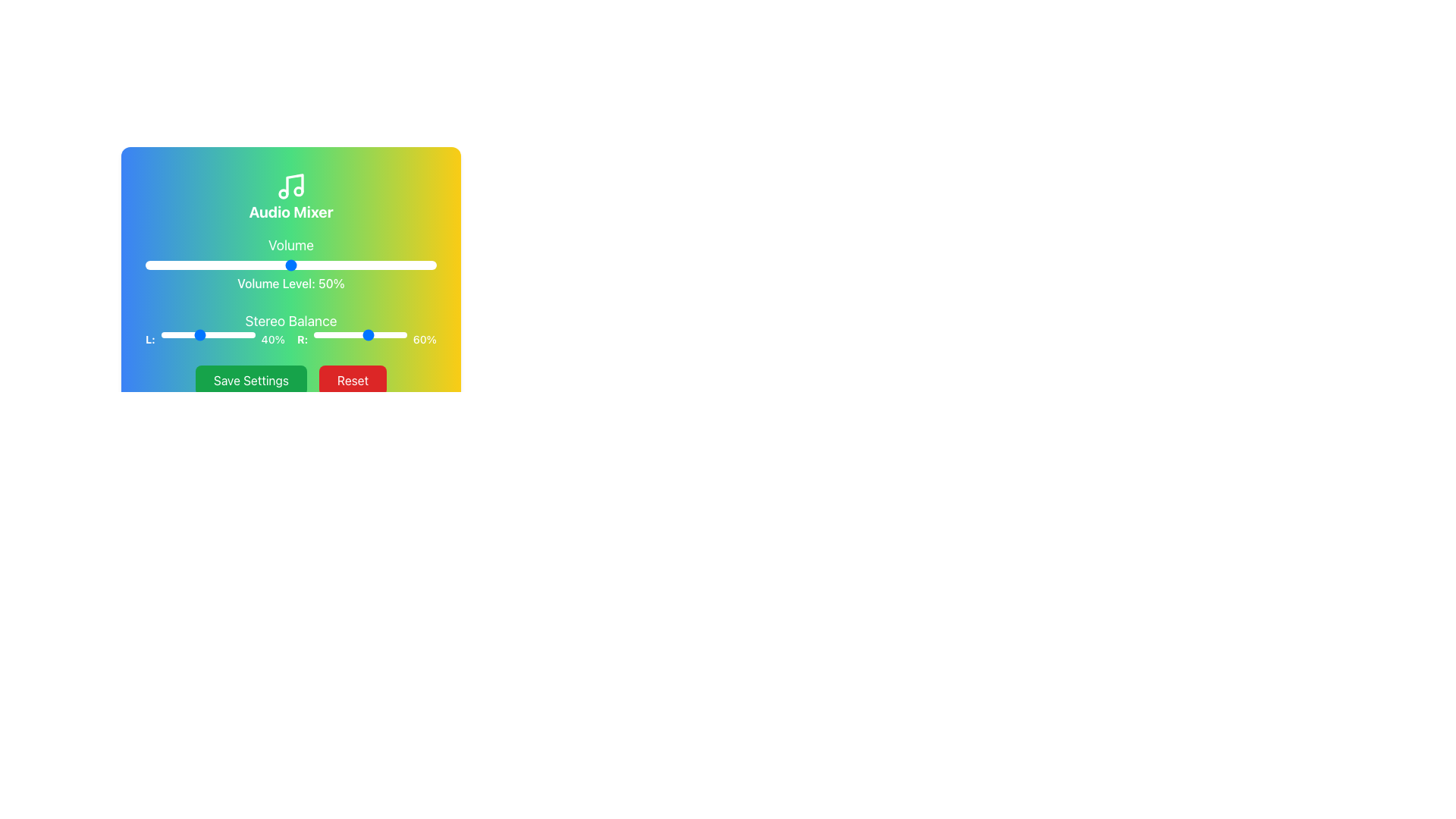 This screenshot has width=1456, height=819. What do you see at coordinates (340, 334) in the screenshot?
I see `the R value` at bounding box center [340, 334].